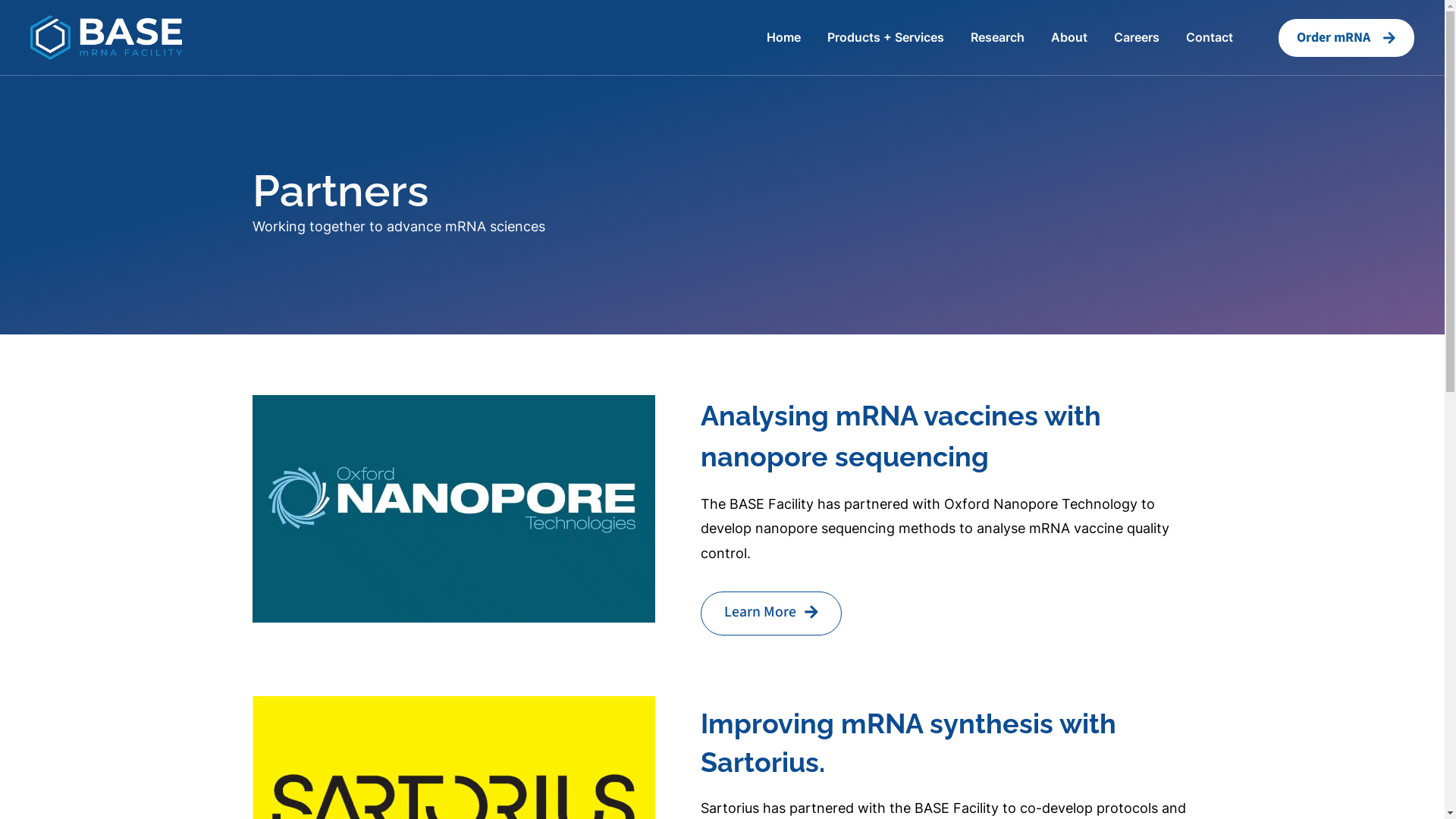 This screenshot has height=819, width=1456. I want to click on 'Home', so click(783, 36).